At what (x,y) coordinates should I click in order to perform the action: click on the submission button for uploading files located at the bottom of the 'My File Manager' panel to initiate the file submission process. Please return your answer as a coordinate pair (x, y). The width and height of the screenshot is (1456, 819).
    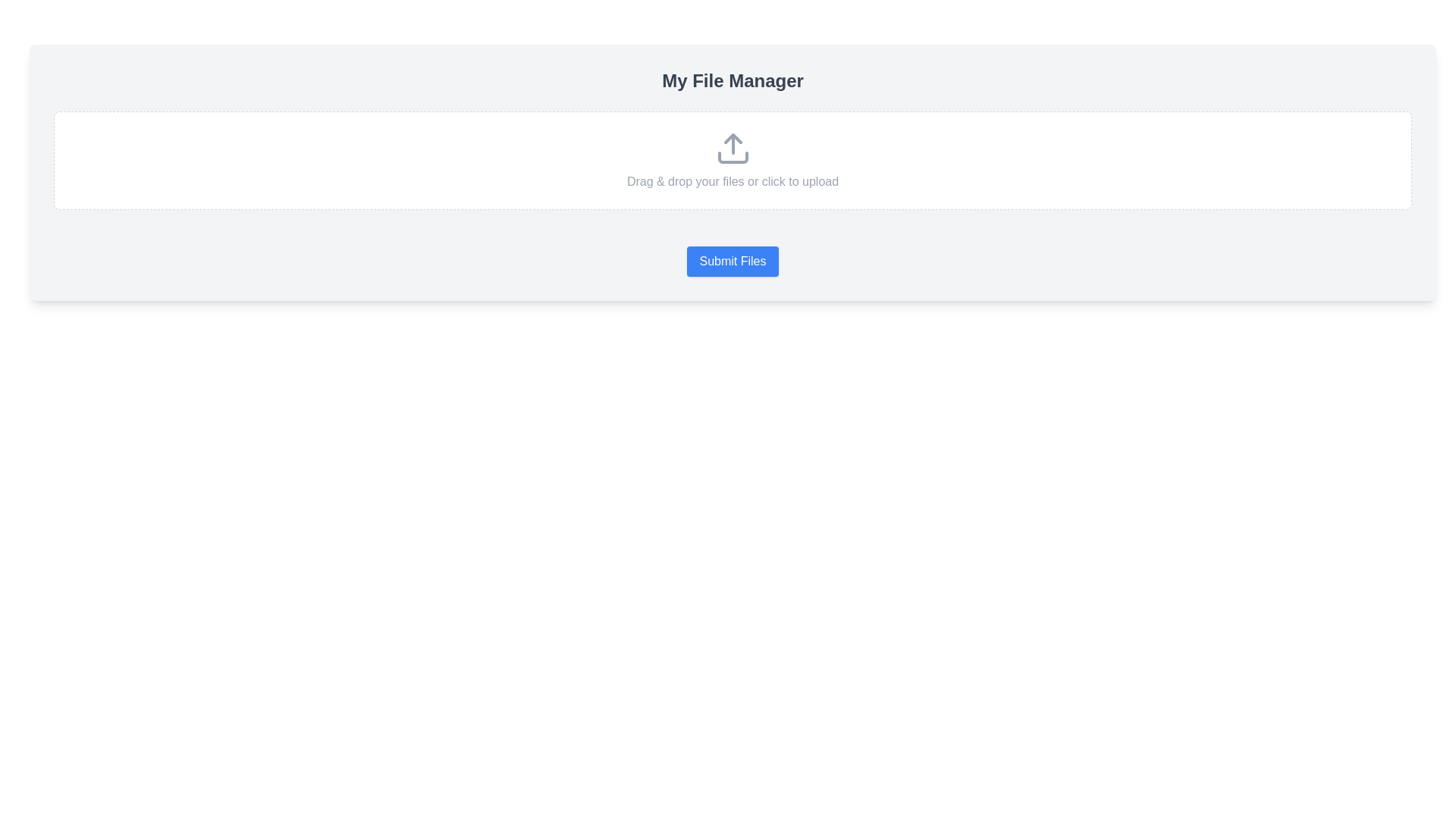
    Looking at the image, I should click on (733, 260).